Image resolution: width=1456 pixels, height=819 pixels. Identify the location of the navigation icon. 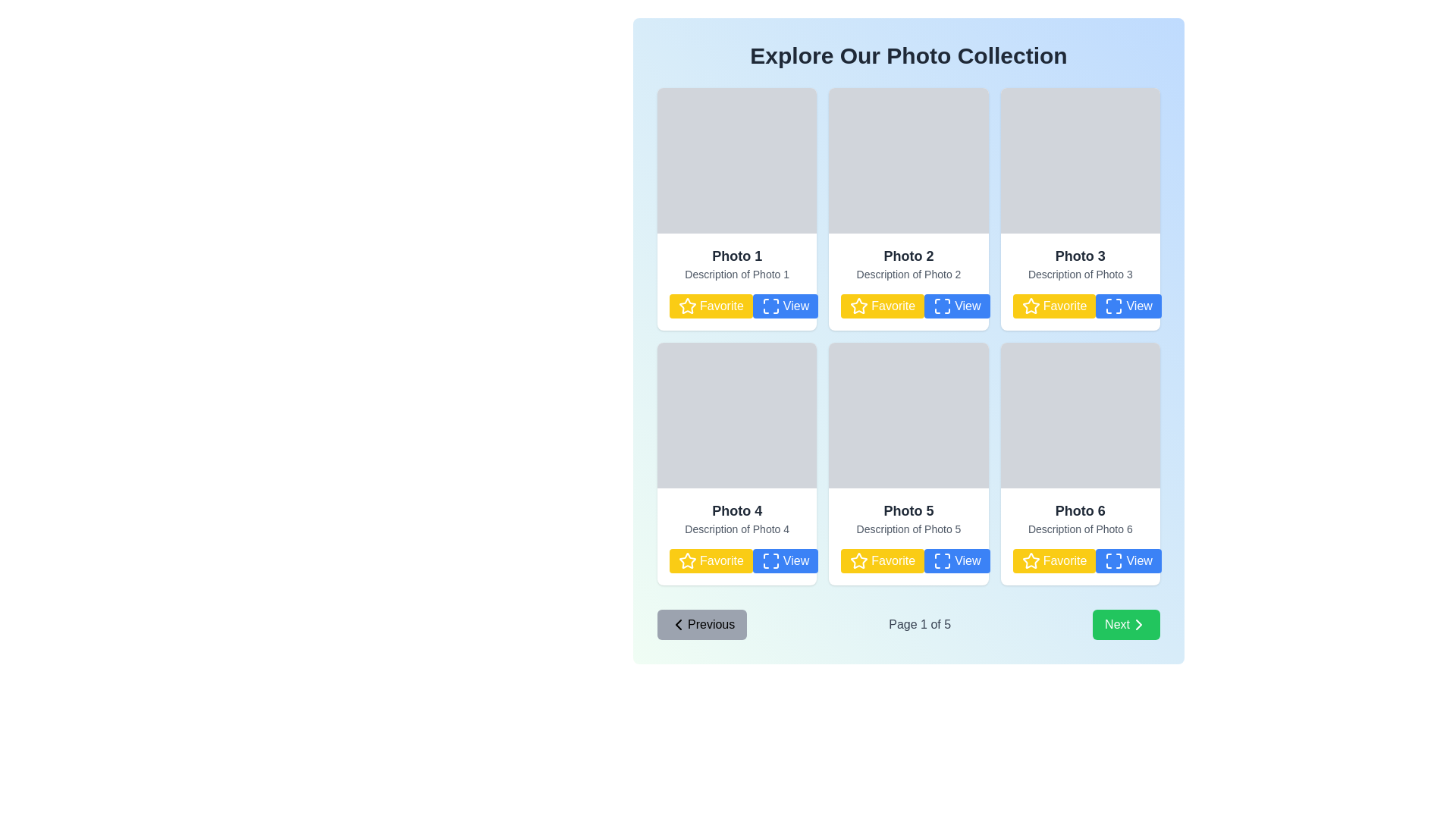
(677, 625).